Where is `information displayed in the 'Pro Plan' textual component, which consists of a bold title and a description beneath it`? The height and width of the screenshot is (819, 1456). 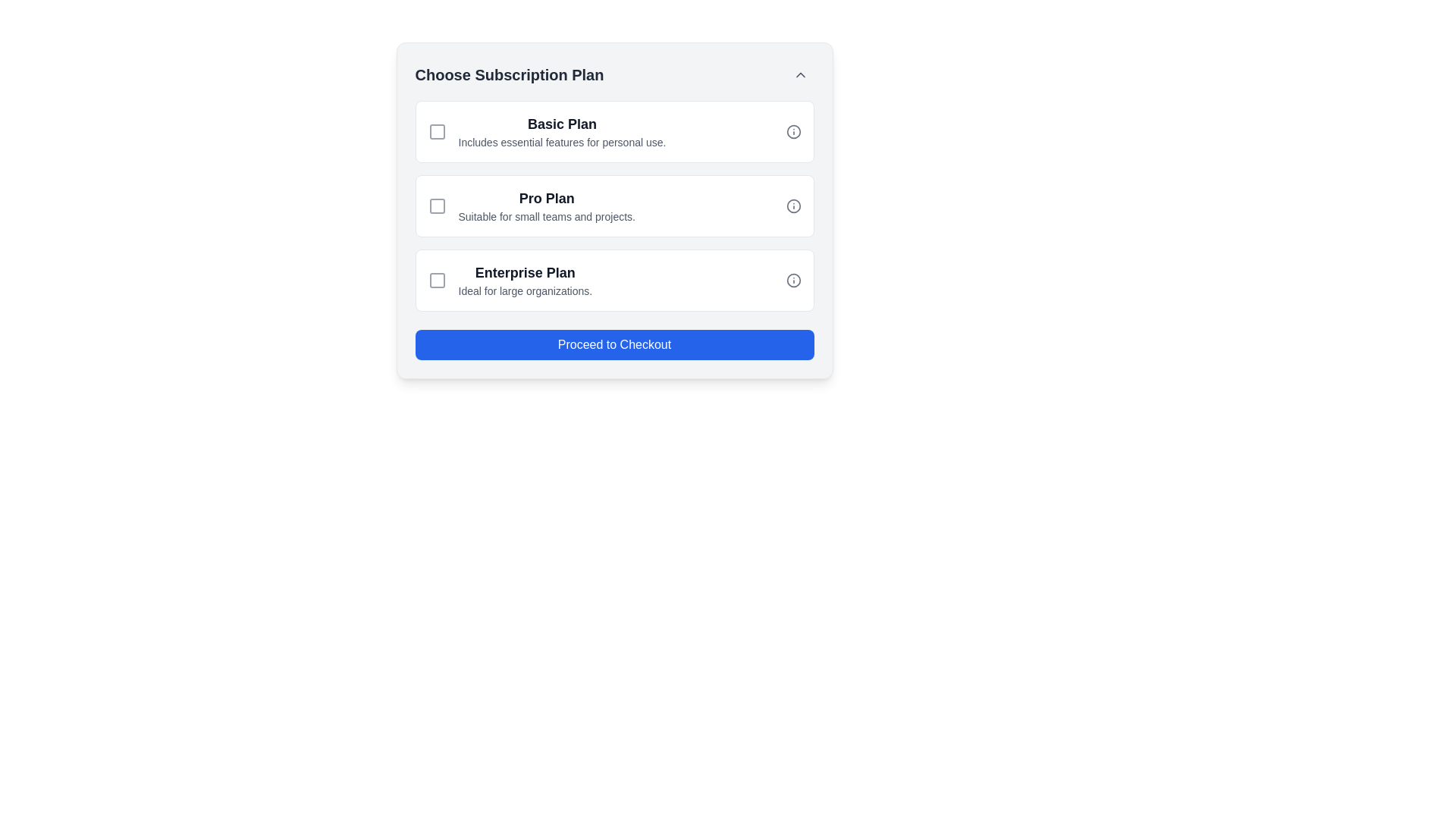
information displayed in the 'Pro Plan' textual component, which consists of a bold title and a description beneath it is located at coordinates (546, 206).